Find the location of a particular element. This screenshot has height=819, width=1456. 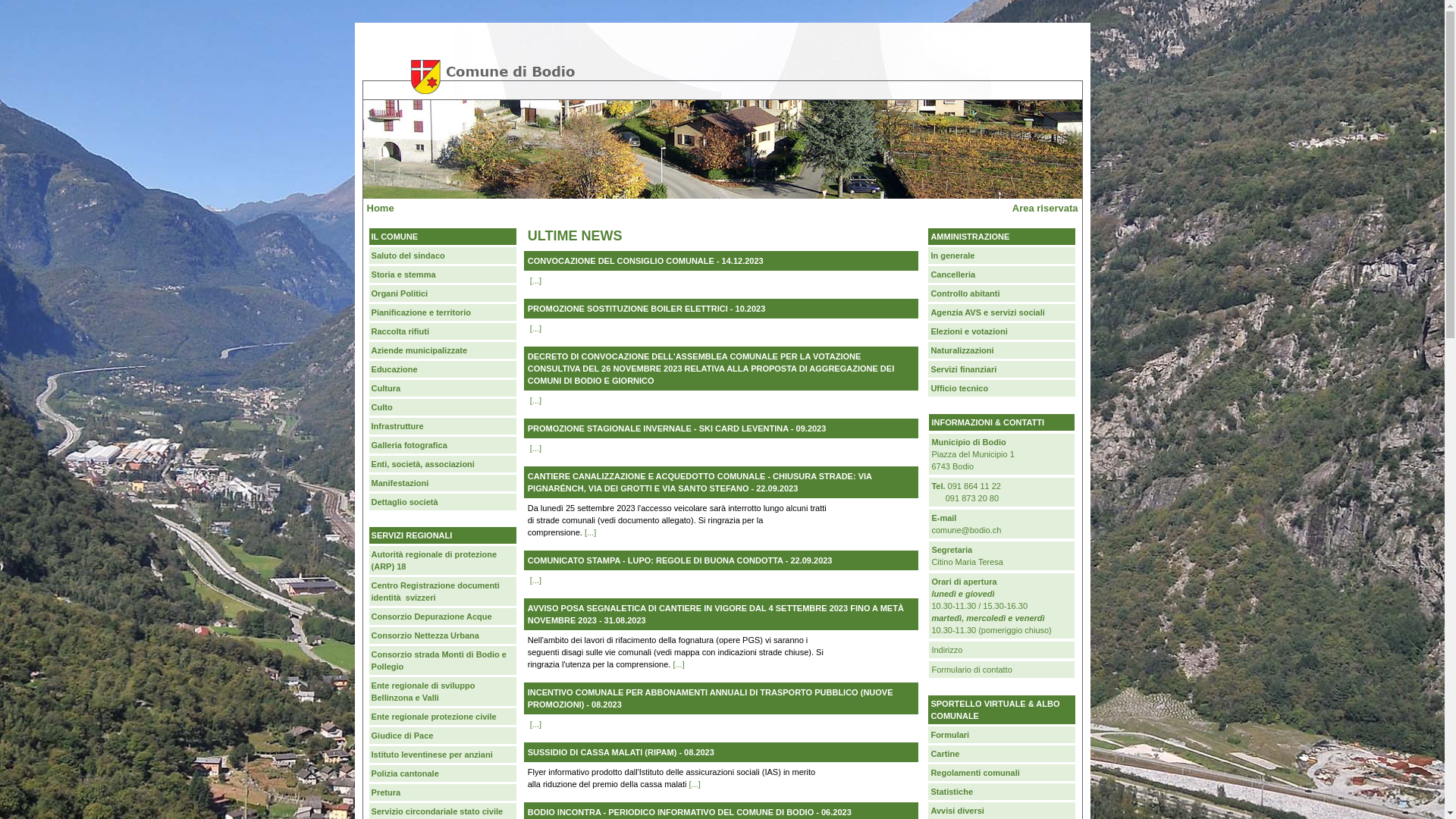

'Pretura' is located at coordinates (442, 792).